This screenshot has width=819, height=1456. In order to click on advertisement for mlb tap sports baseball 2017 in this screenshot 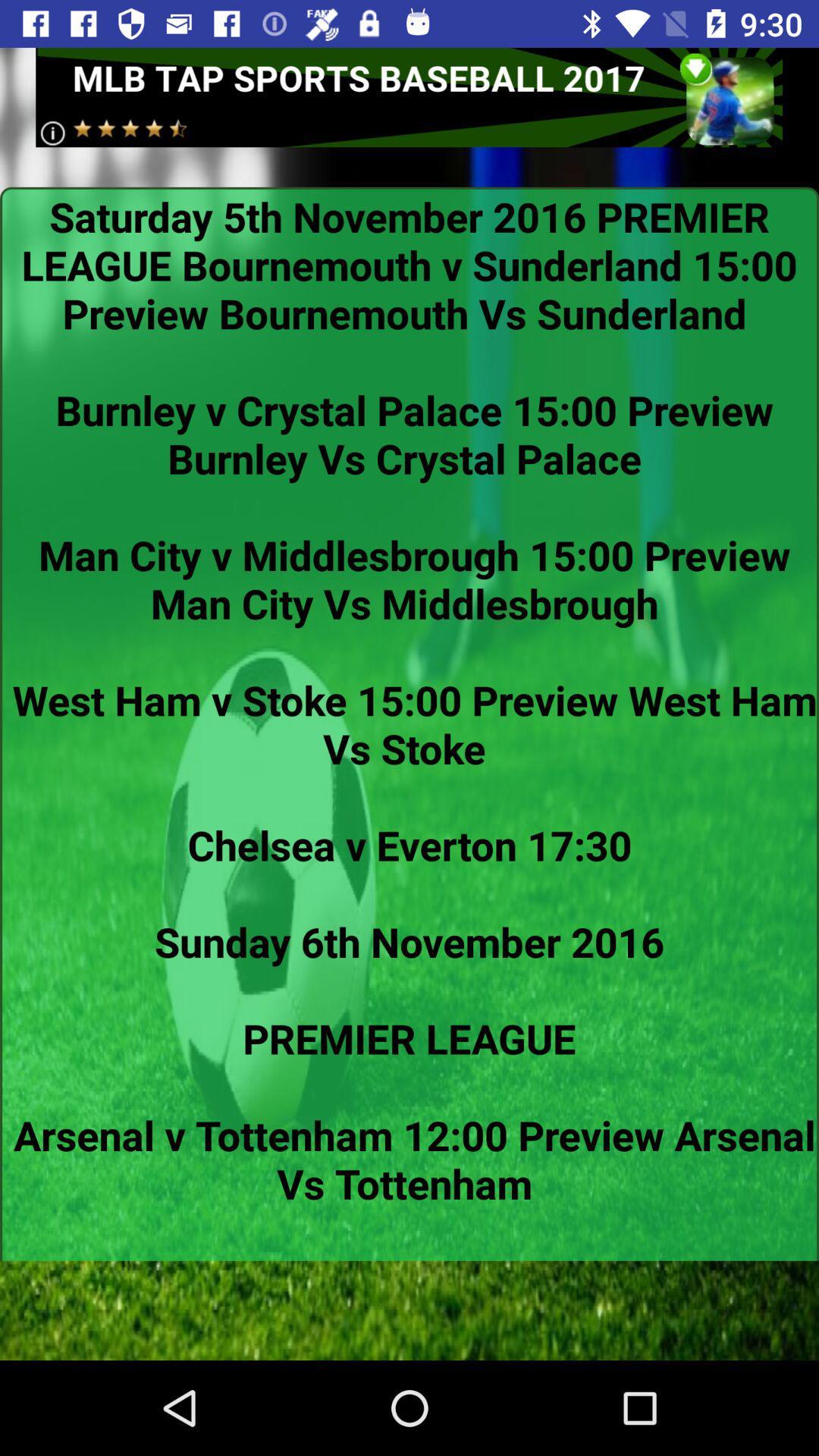, I will do `click(408, 96)`.